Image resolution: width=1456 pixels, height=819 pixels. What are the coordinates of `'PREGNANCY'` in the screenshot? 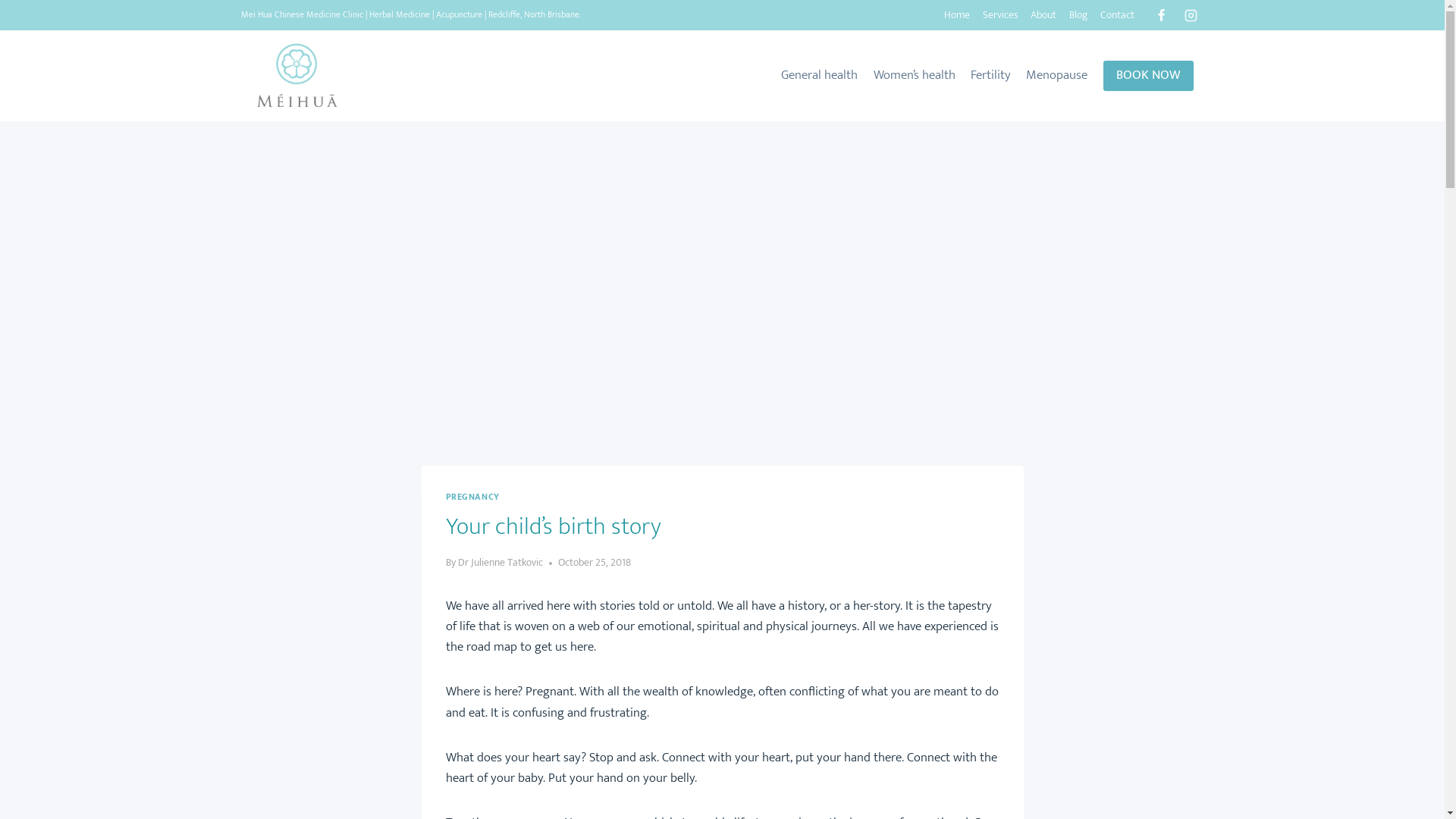 It's located at (472, 497).